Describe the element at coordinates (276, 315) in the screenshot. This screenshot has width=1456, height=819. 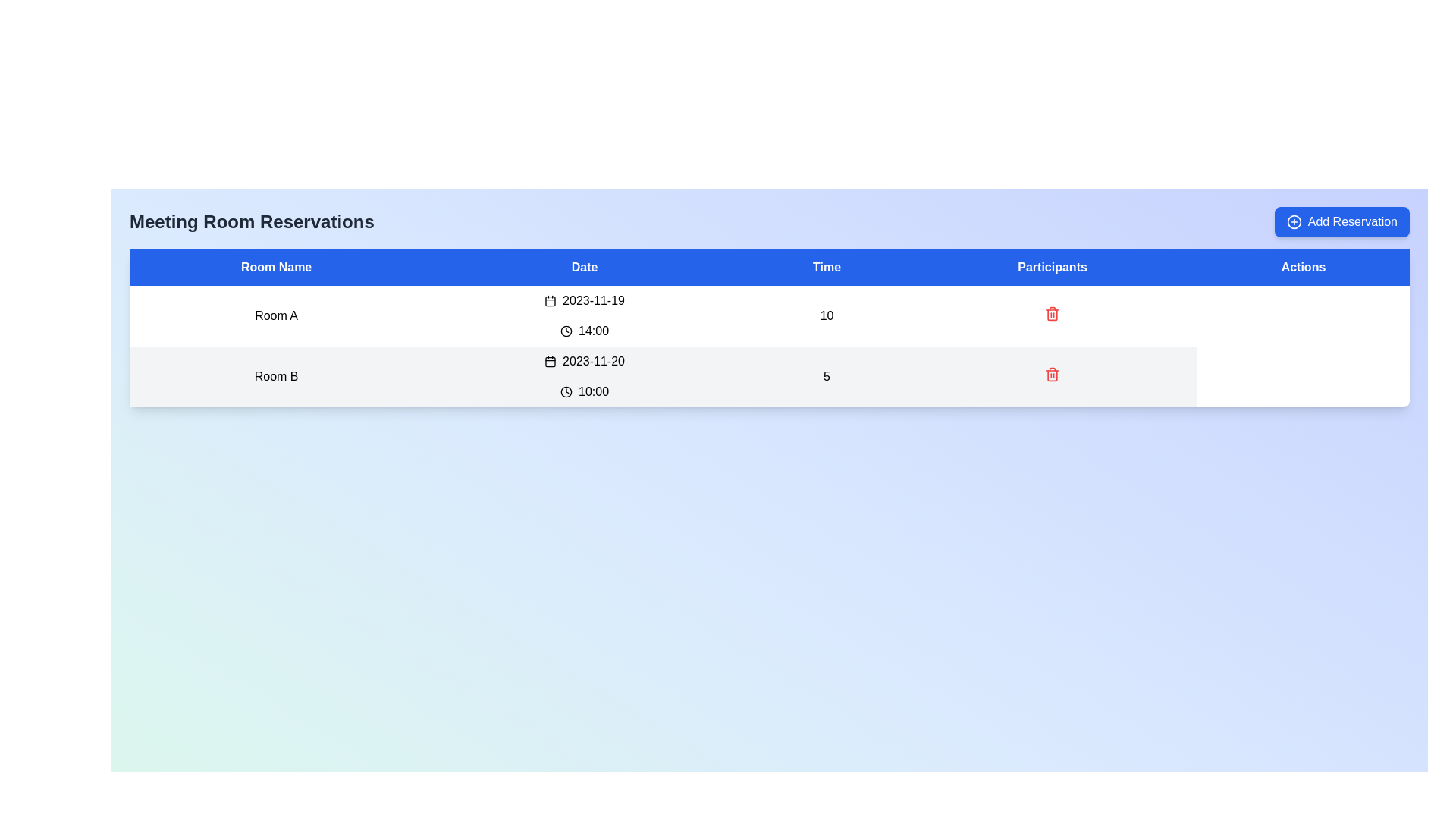
I see `the text label displaying 'Room A' in the first cell under the 'Room Name' column of the data table` at that location.